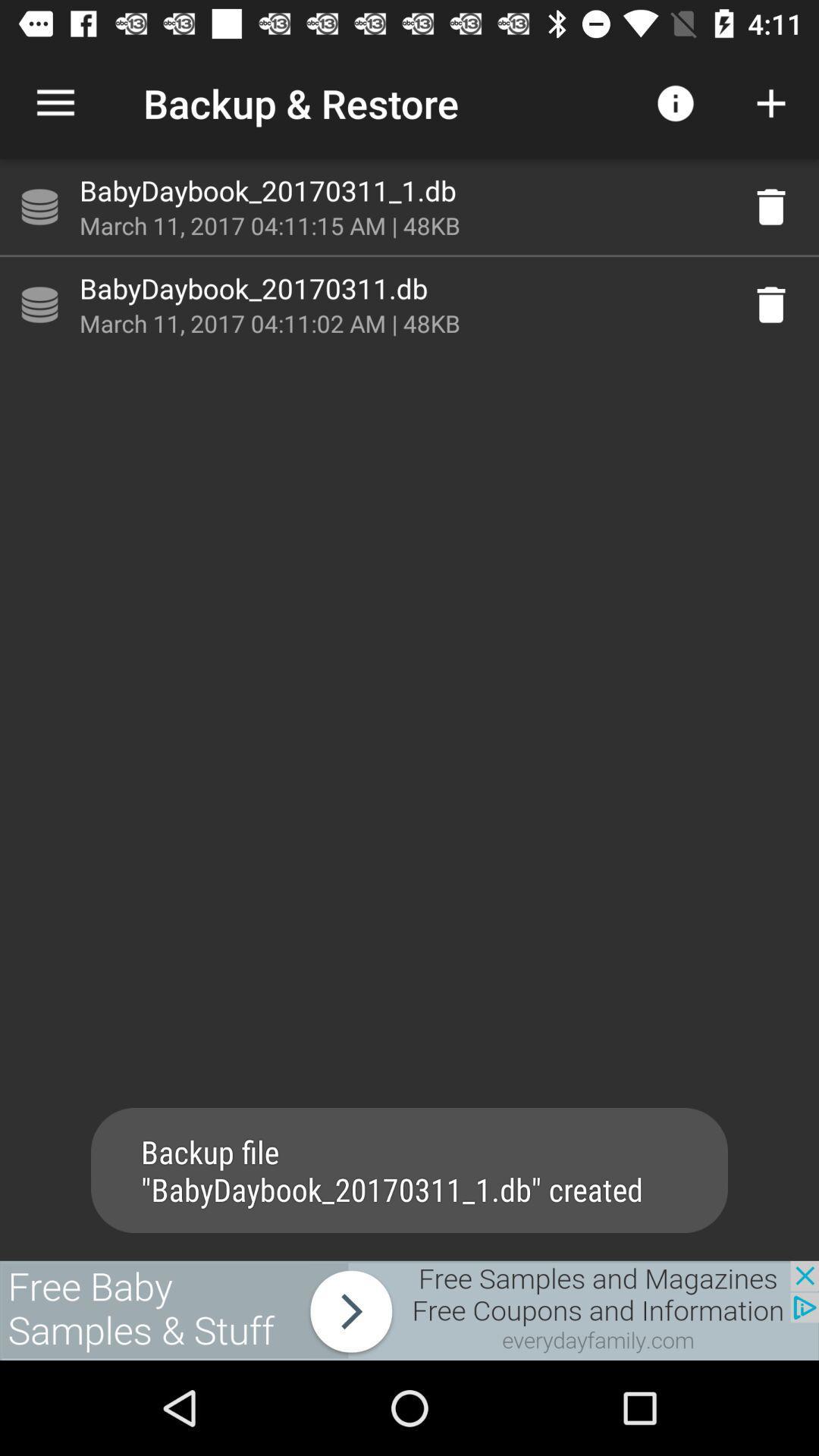 Image resolution: width=819 pixels, height=1456 pixels. Describe the element at coordinates (771, 206) in the screenshot. I see `delete the babydaybook_20170311_1.db file` at that location.